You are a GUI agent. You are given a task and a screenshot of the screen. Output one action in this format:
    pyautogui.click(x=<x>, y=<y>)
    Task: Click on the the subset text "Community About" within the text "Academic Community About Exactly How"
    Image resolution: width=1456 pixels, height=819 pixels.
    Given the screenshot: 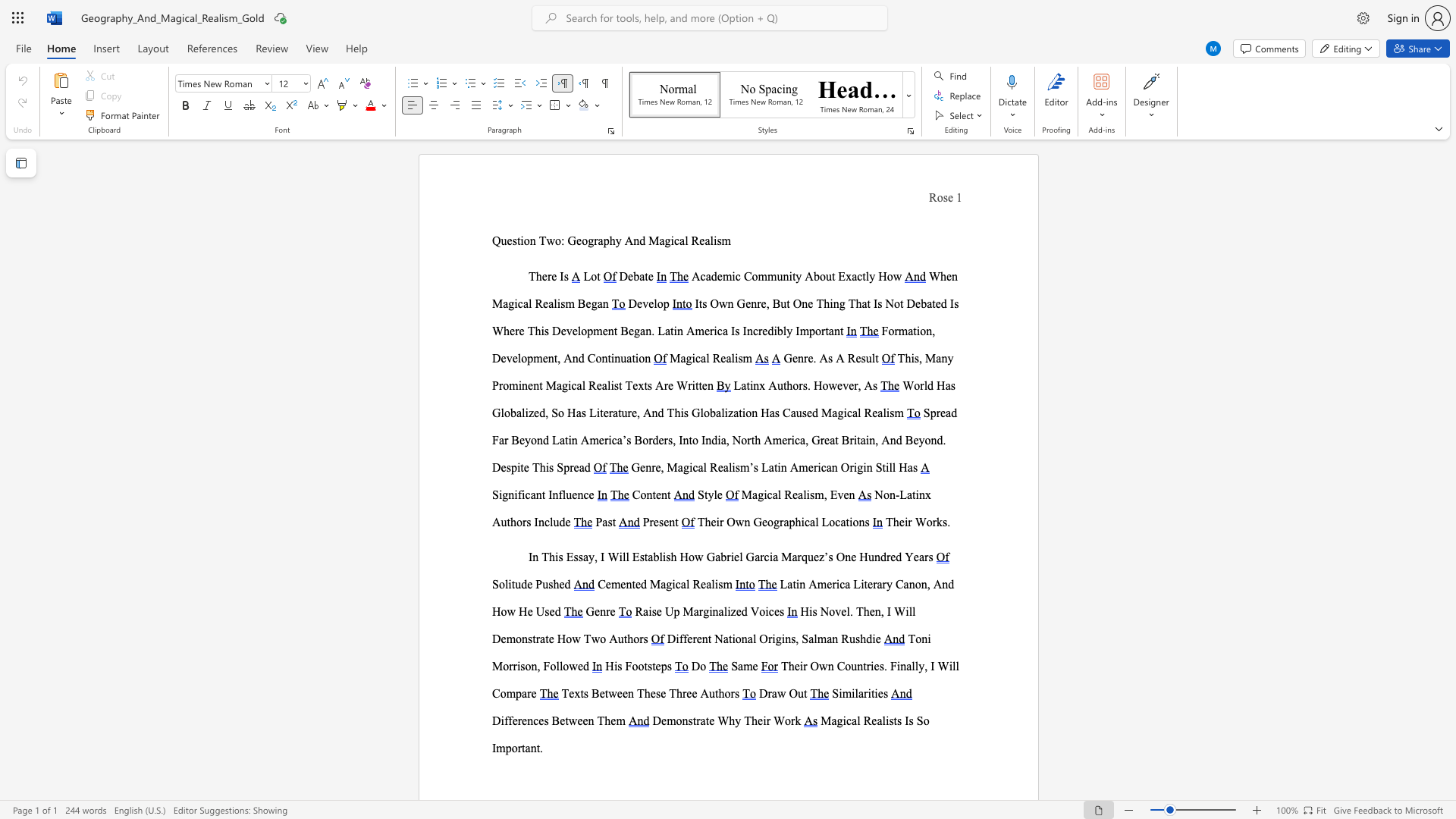 What is the action you would take?
    pyautogui.click(x=743, y=276)
    